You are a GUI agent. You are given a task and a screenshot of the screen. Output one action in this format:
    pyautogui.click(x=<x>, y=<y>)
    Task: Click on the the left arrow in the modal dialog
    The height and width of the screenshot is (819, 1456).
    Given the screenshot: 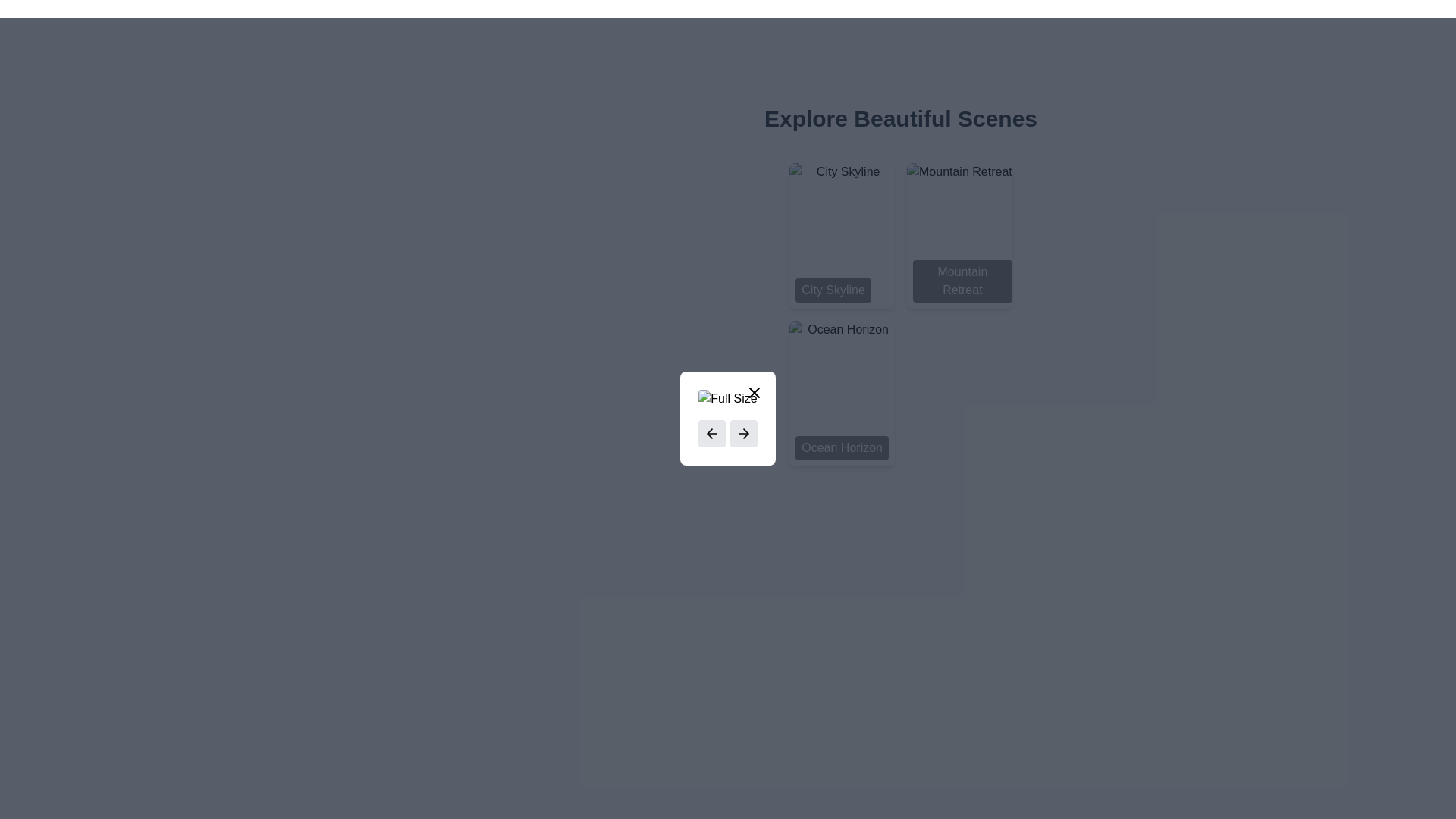 What is the action you would take?
    pyautogui.click(x=728, y=418)
    